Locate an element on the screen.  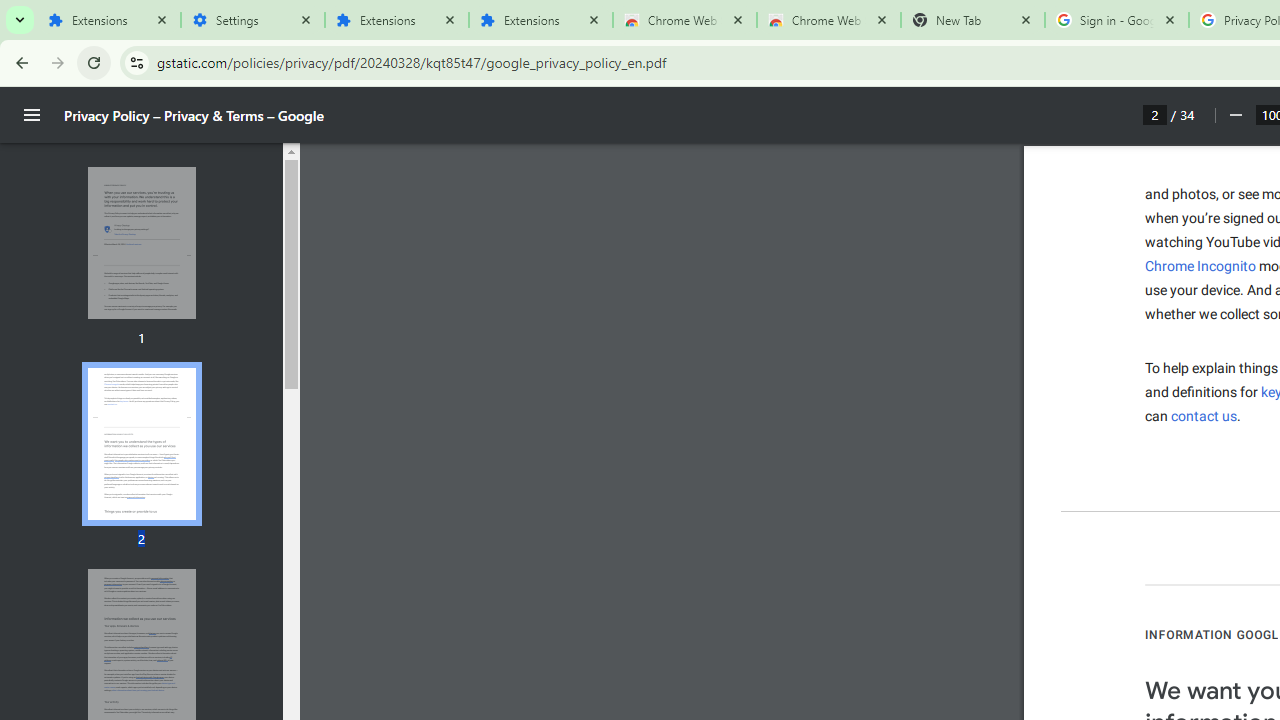
'Extensions' is located at coordinates (540, 20).